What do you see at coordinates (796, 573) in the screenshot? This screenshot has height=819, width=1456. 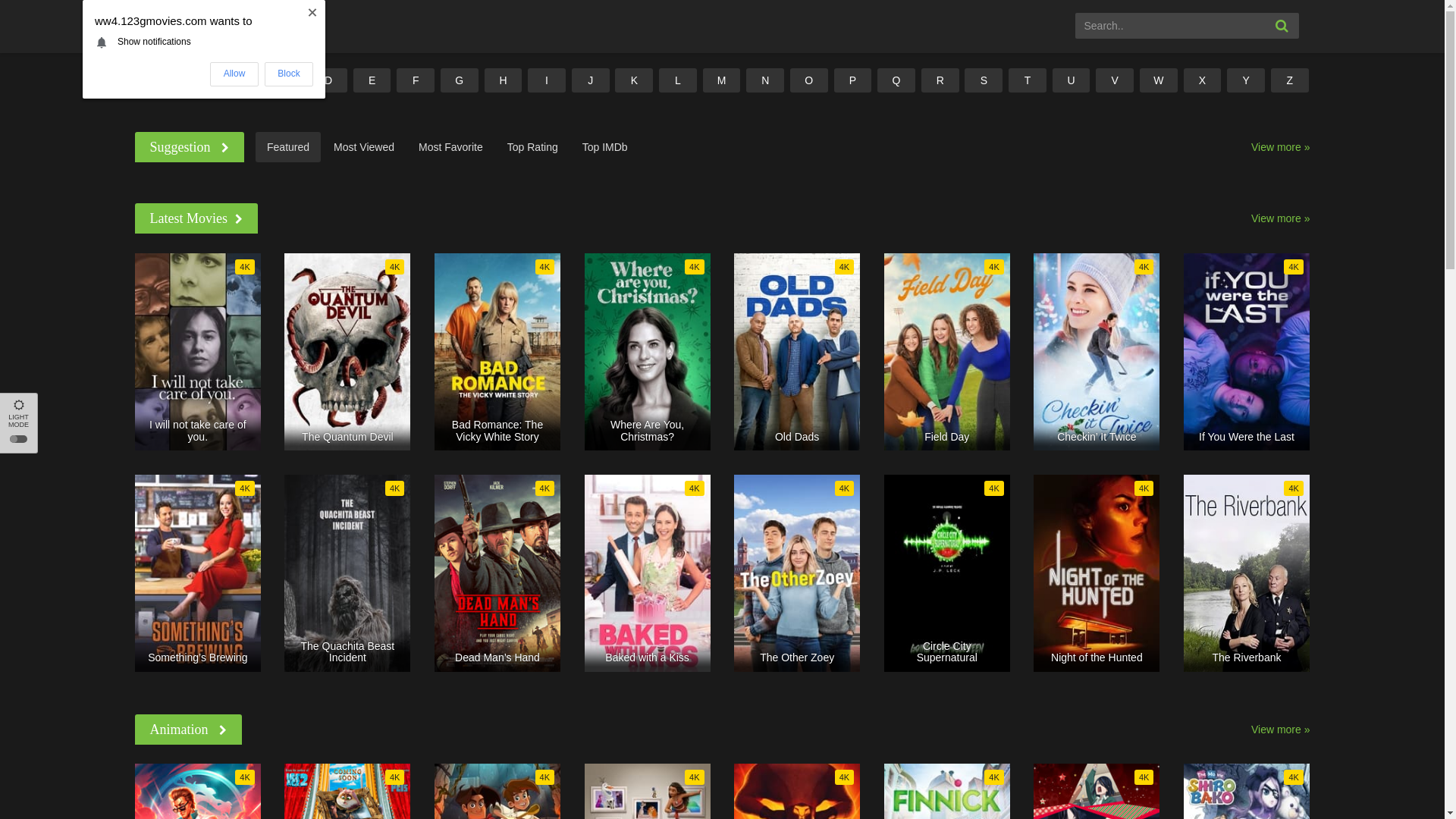 I see `'4K` at bounding box center [796, 573].